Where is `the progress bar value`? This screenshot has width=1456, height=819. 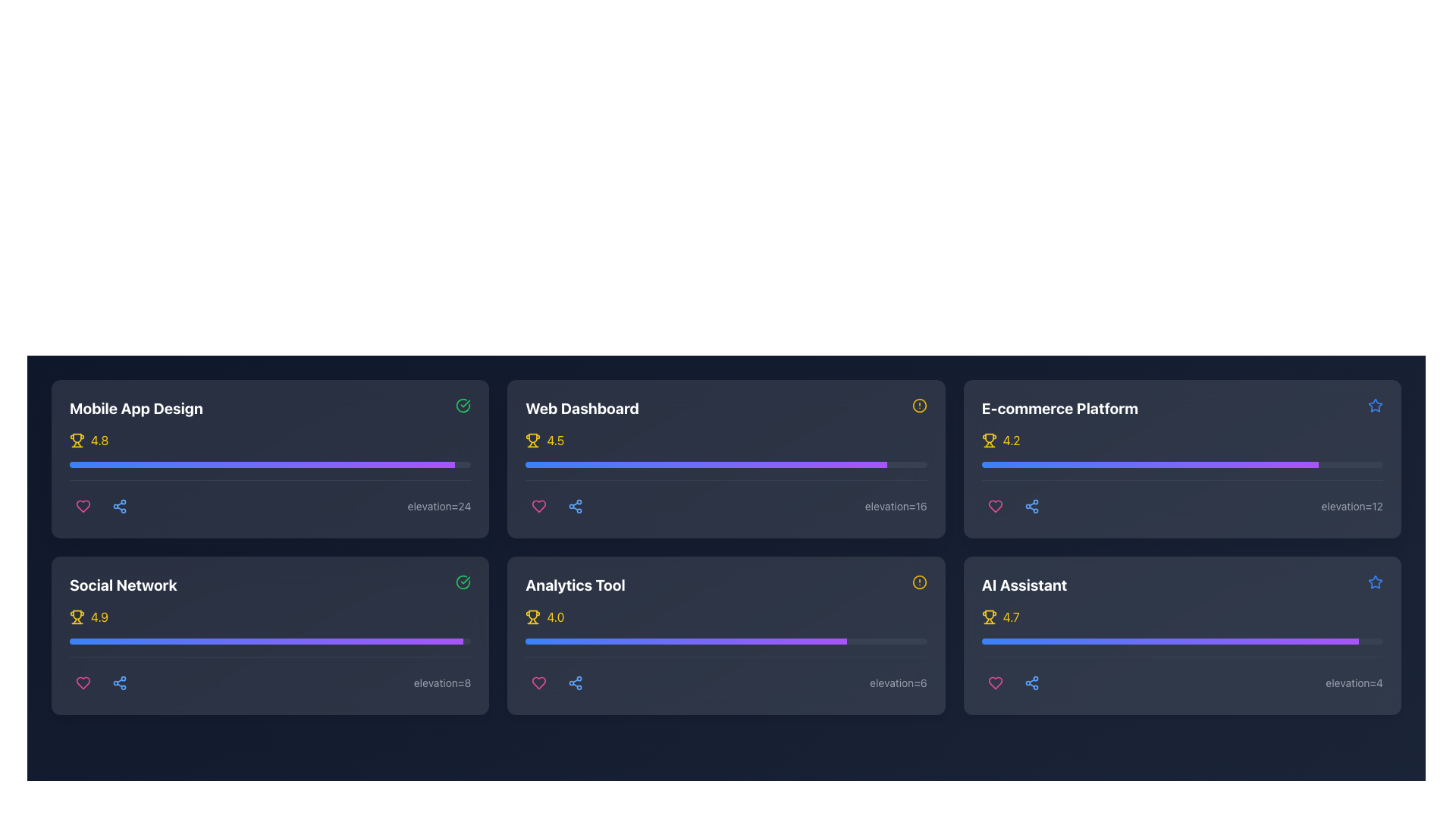 the progress bar value is located at coordinates (1210, 464).